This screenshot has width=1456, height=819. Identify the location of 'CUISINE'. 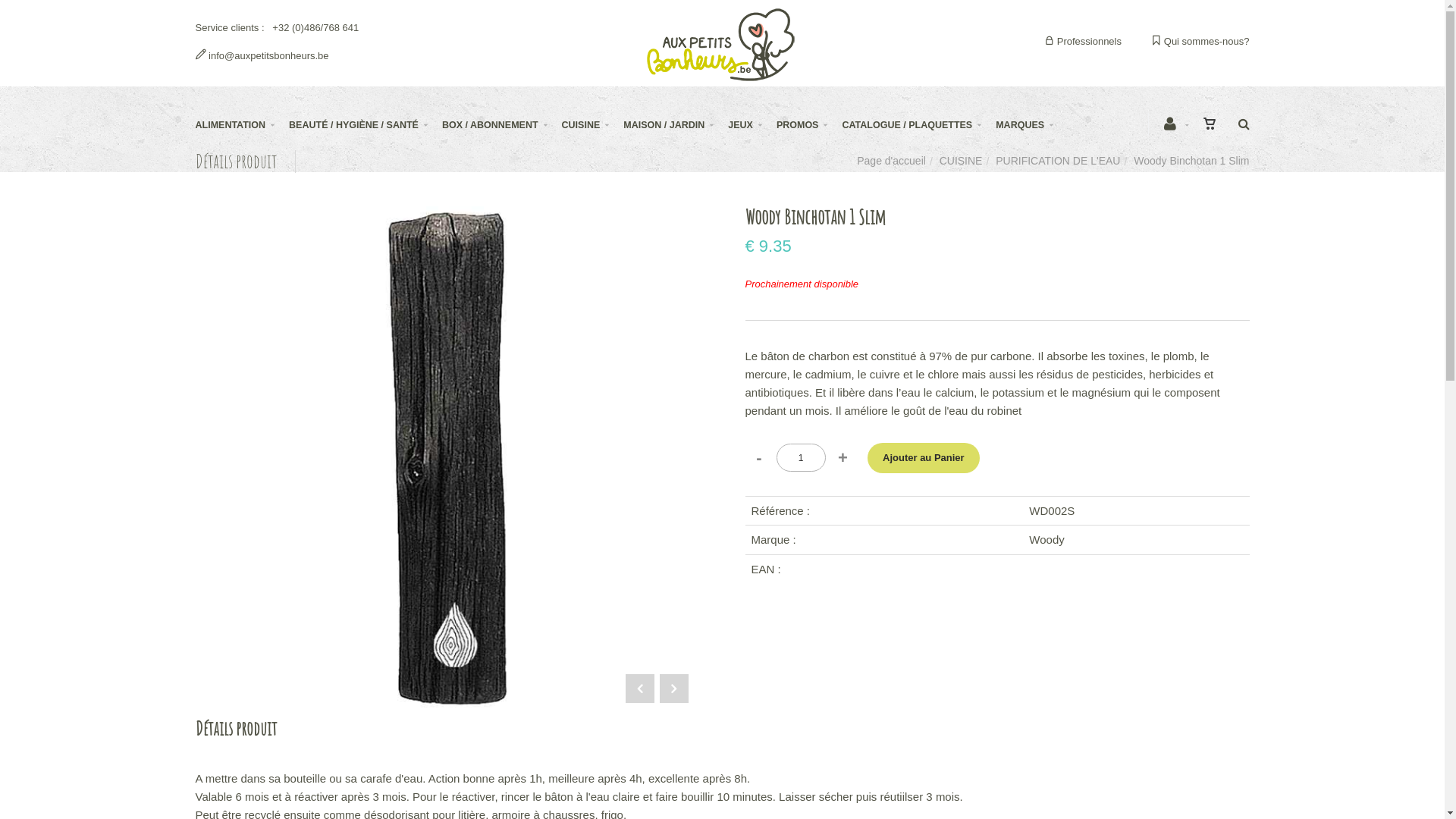
(560, 124).